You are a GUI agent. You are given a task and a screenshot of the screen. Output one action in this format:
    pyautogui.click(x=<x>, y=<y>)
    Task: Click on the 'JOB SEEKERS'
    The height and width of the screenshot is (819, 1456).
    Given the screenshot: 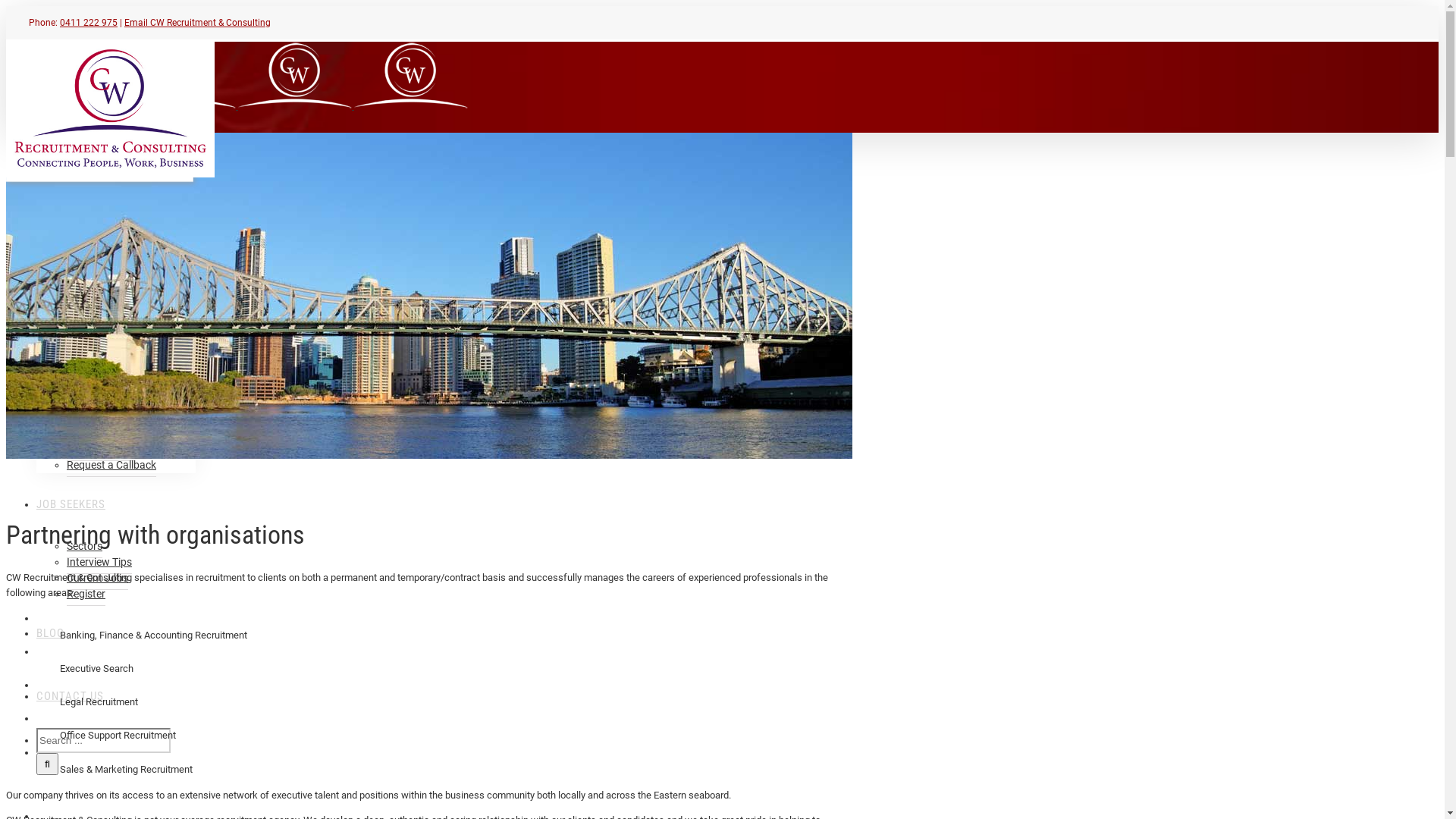 What is the action you would take?
    pyautogui.click(x=70, y=503)
    